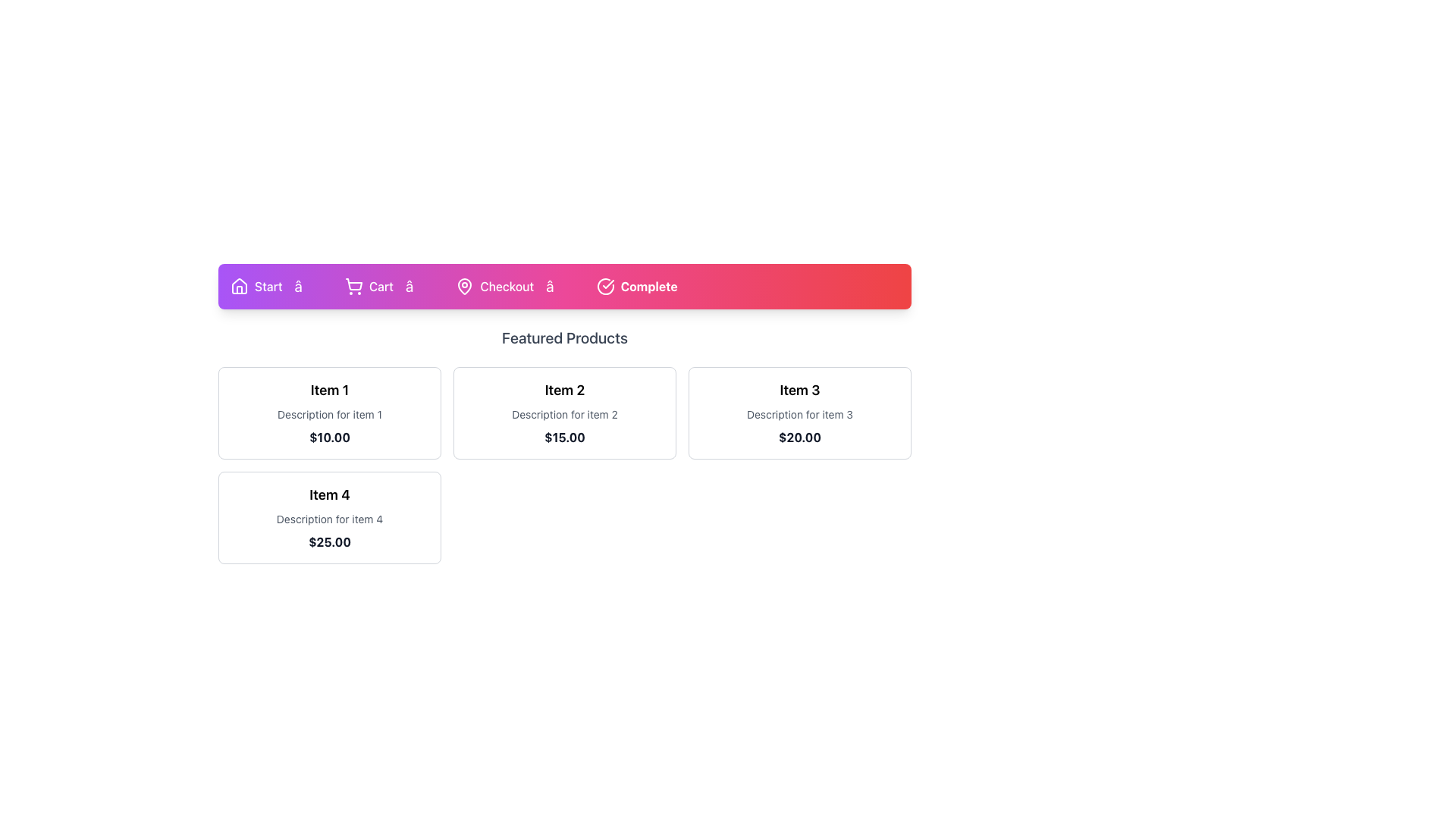 The image size is (1456, 819). I want to click on the product card displaying 'Item 1' with the price '$10.00' located in the top-left corner of the grid layout, so click(329, 413).